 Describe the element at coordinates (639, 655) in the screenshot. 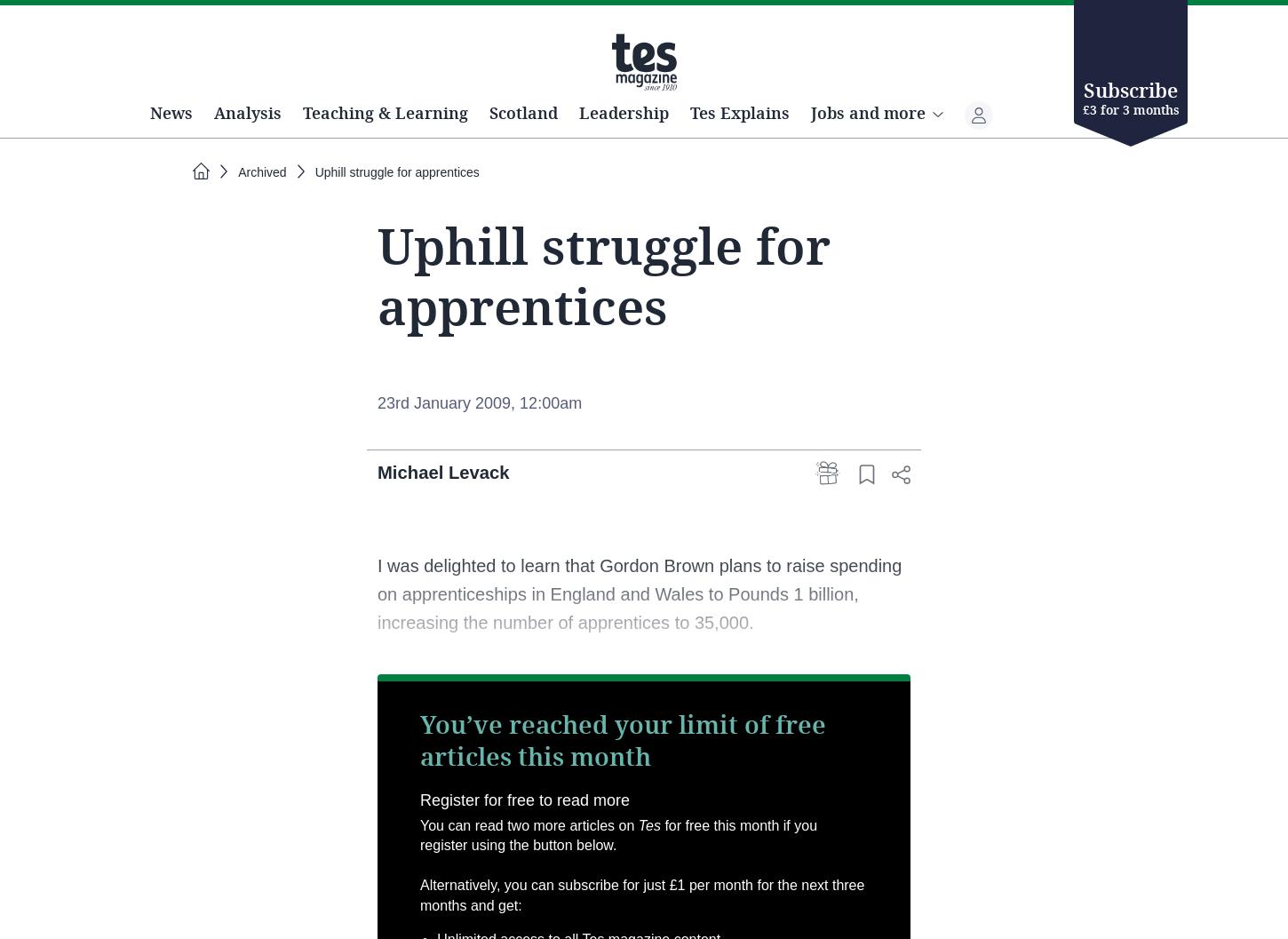

I see `'I was delighted to learn that Gordon Brown plans to raise spending on apprenticeships in England and Wales to Pounds 1 billion, increasing the number of apprentices to 35,000.'` at that location.